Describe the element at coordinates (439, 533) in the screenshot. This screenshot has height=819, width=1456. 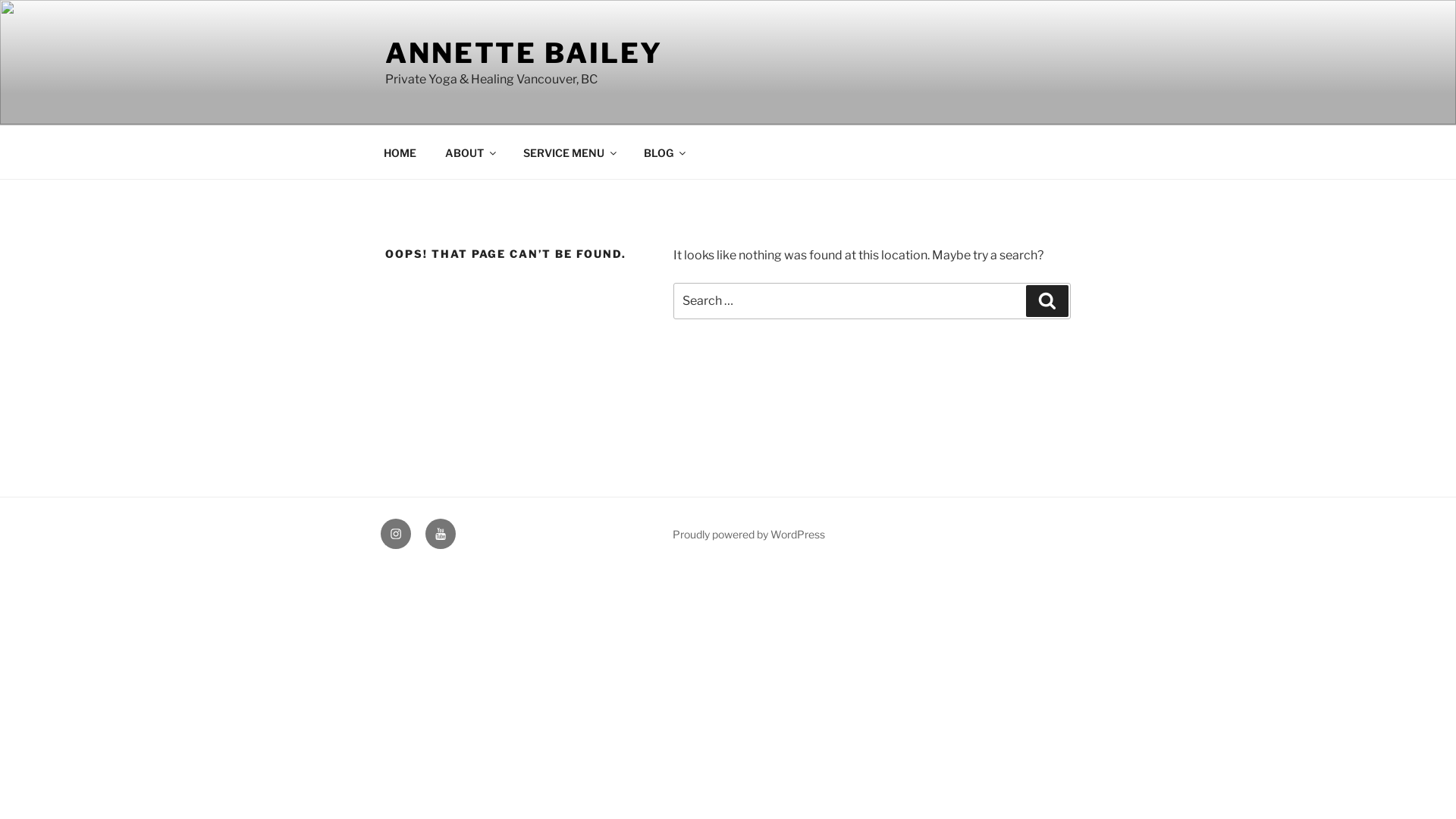
I see `'YouTube'` at that location.